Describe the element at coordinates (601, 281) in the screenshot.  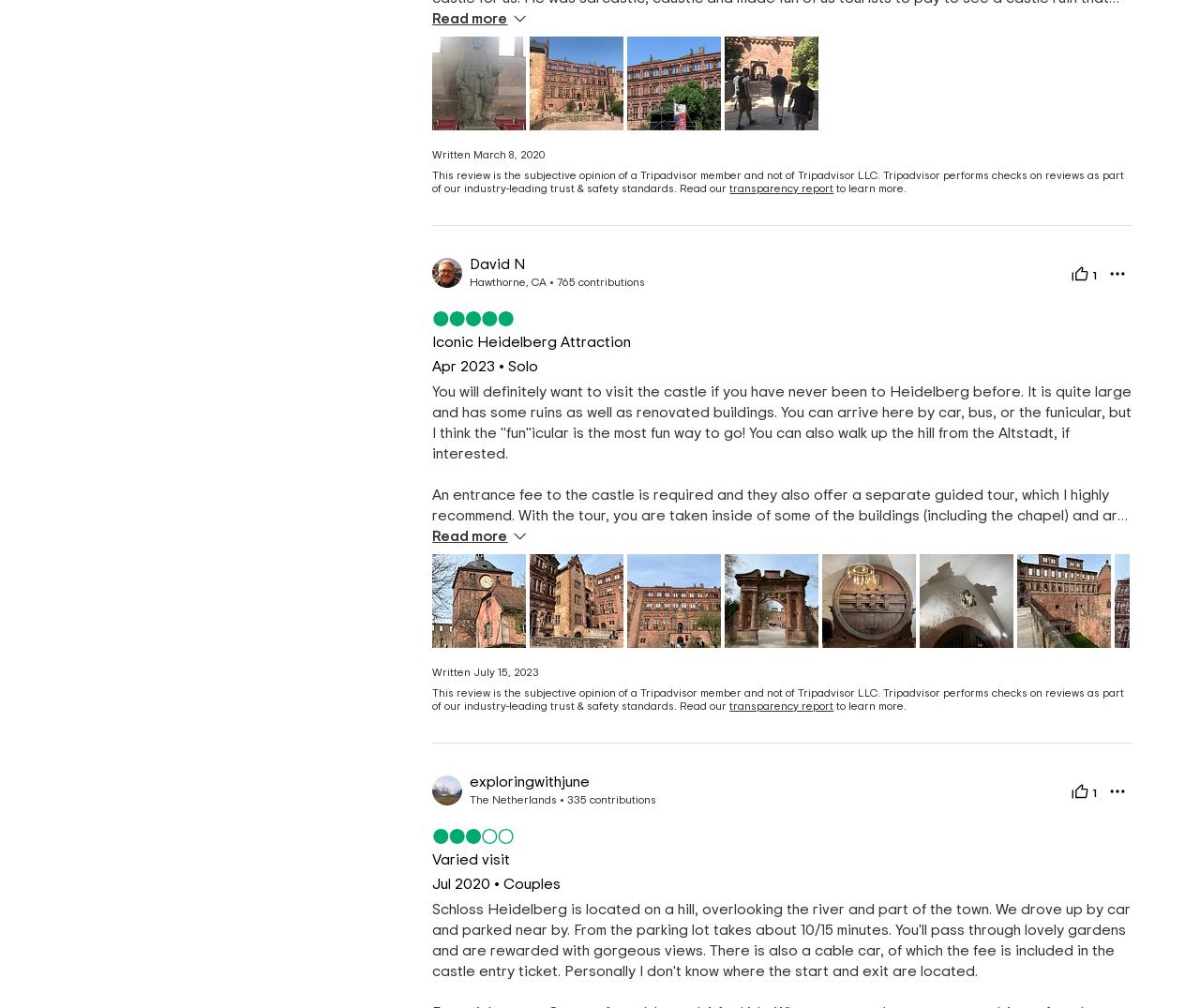
I see `'765 contributions'` at that location.